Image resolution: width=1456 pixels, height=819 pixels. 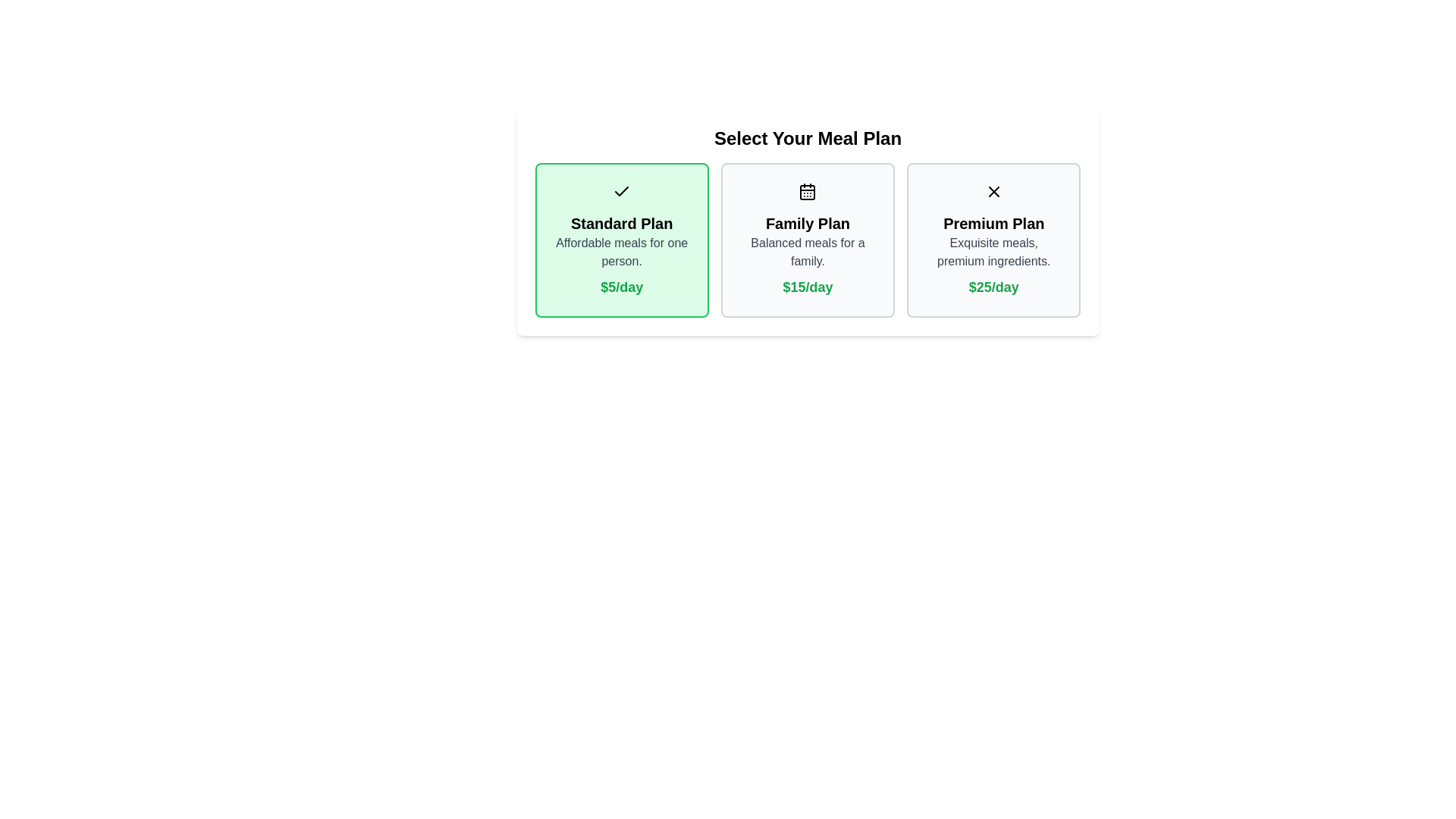 What do you see at coordinates (622, 223) in the screenshot?
I see `the Text Label that serves as the title for the Standard Plan meal option, located at the center of the light green rectangular card labeled 'Standard Plan'` at bounding box center [622, 223].